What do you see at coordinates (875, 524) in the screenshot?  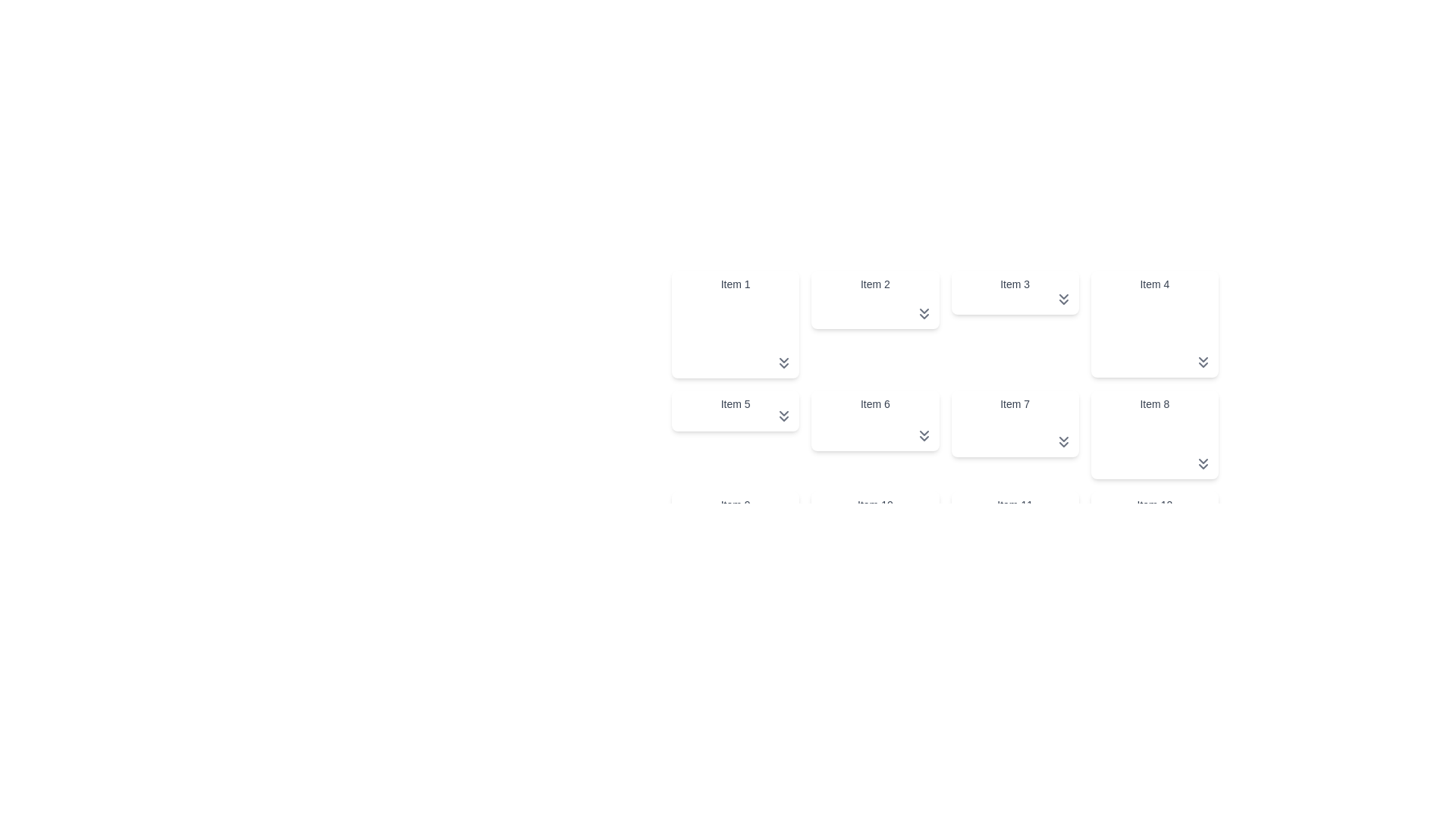 I see `the Card representing 'Item 10', which is the tenth item in a grid layout` at bounding box center [875, 524].